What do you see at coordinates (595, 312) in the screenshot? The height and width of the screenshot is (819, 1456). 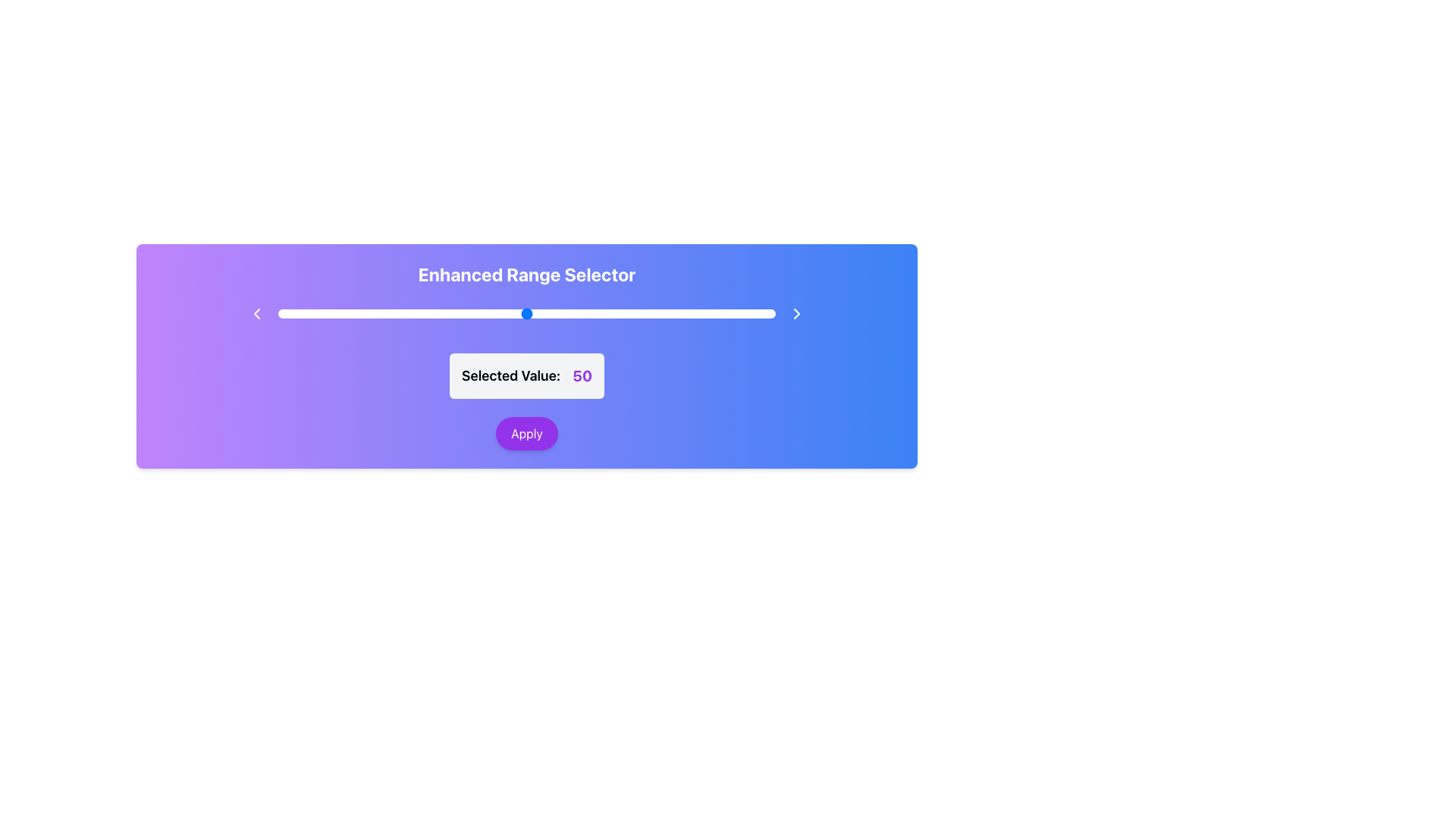 I see `the range slider` at bounding box center [595, 312].